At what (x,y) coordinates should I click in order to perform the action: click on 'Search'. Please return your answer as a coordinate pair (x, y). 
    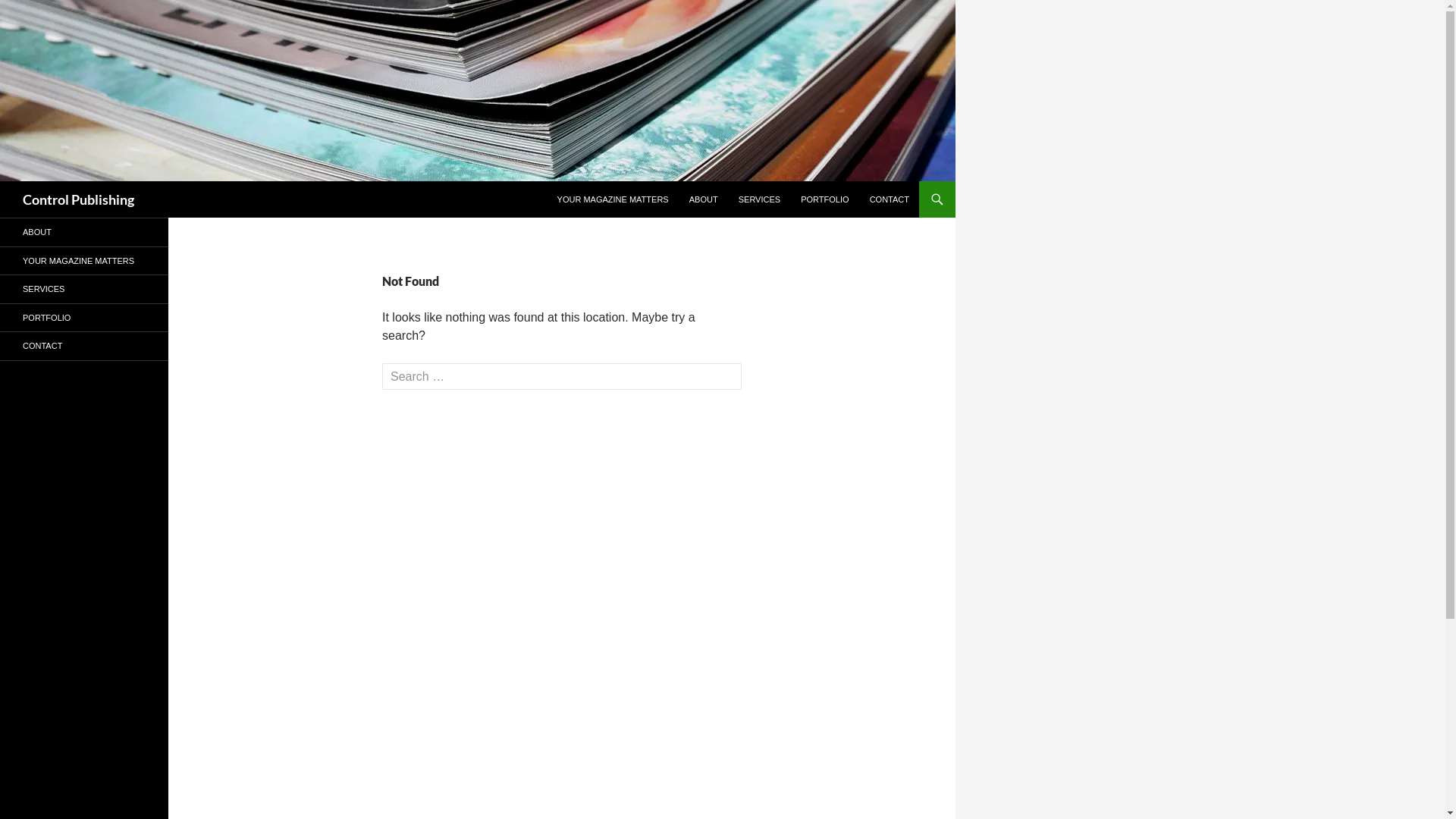
    Looking at the image, I should click on (40, 14).